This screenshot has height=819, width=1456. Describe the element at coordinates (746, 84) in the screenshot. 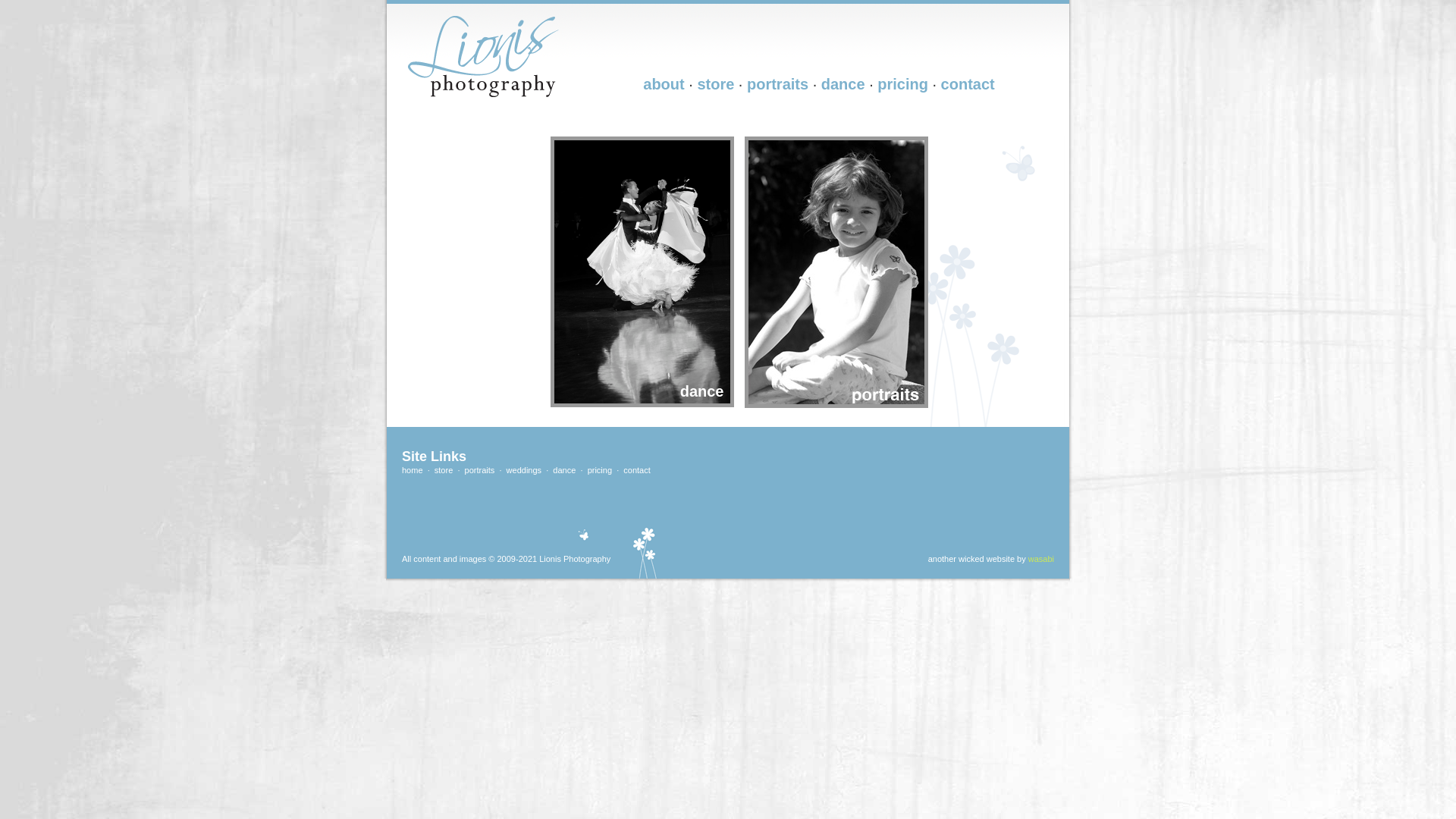

I see `'portraits'` at that location.